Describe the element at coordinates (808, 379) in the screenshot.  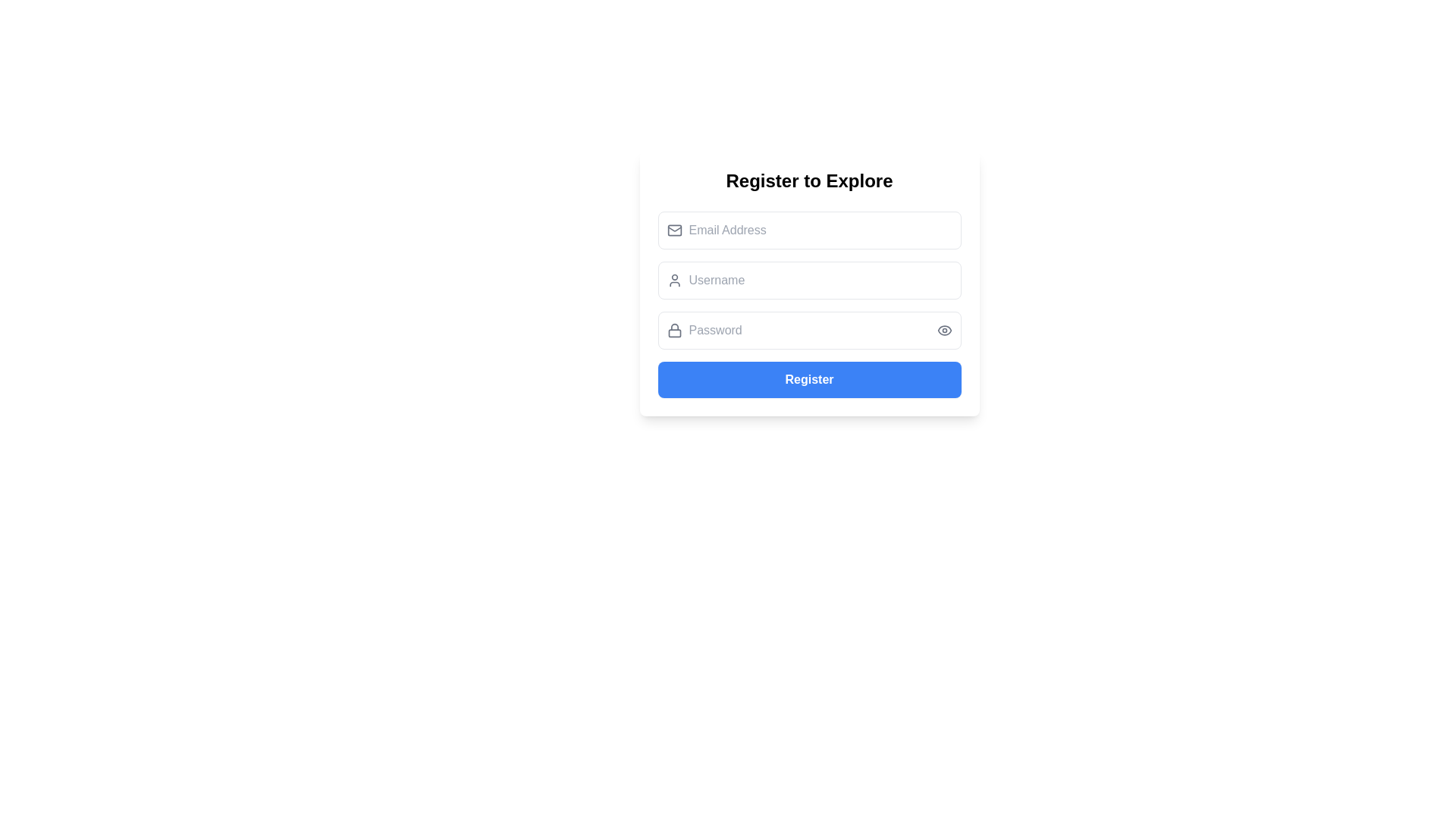
I see `the 'Register' button, which is styled with a rounded blue background and white text` at that location.